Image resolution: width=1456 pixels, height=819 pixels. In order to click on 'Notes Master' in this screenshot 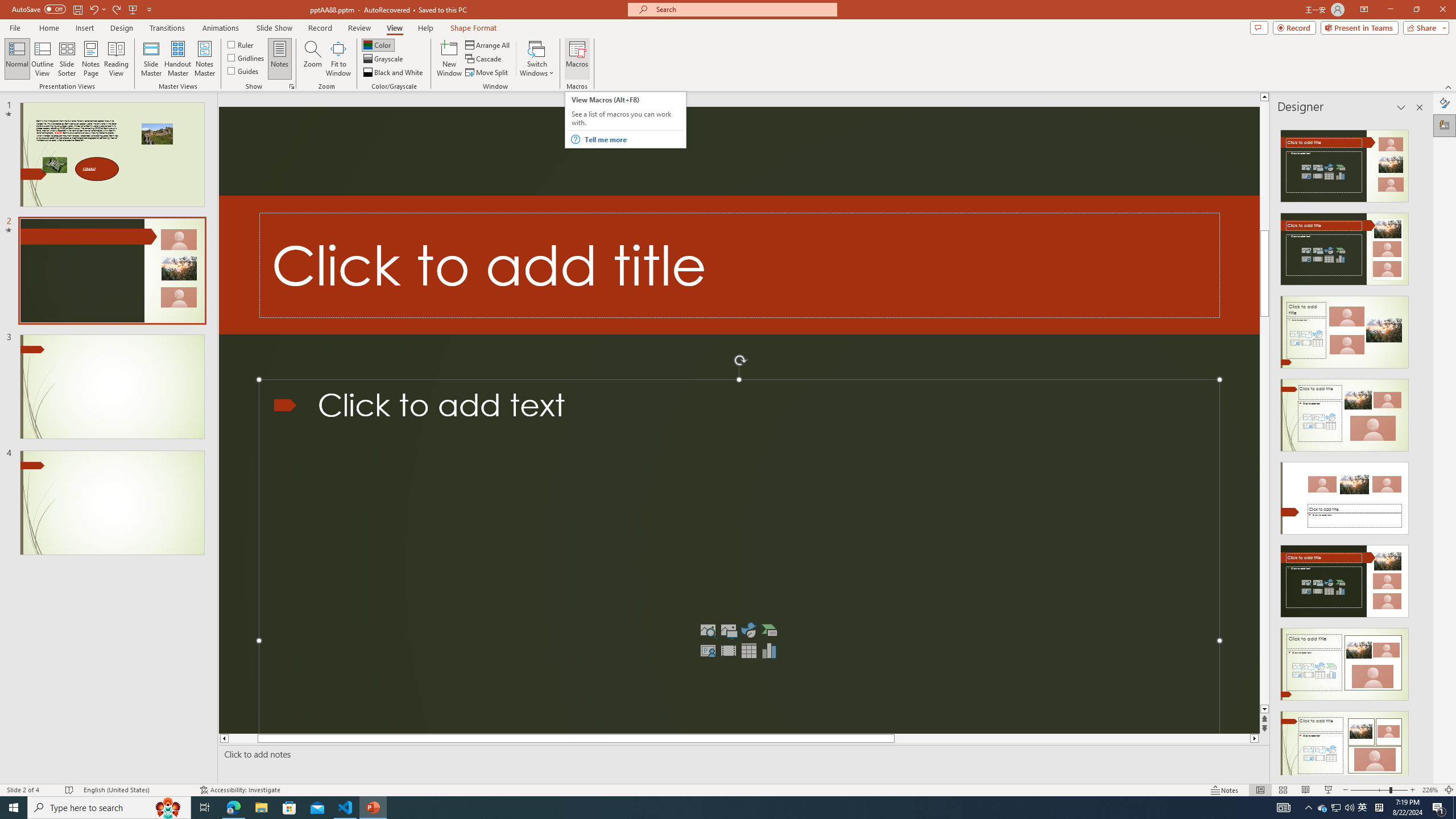, I will do `click(204, 59)`.